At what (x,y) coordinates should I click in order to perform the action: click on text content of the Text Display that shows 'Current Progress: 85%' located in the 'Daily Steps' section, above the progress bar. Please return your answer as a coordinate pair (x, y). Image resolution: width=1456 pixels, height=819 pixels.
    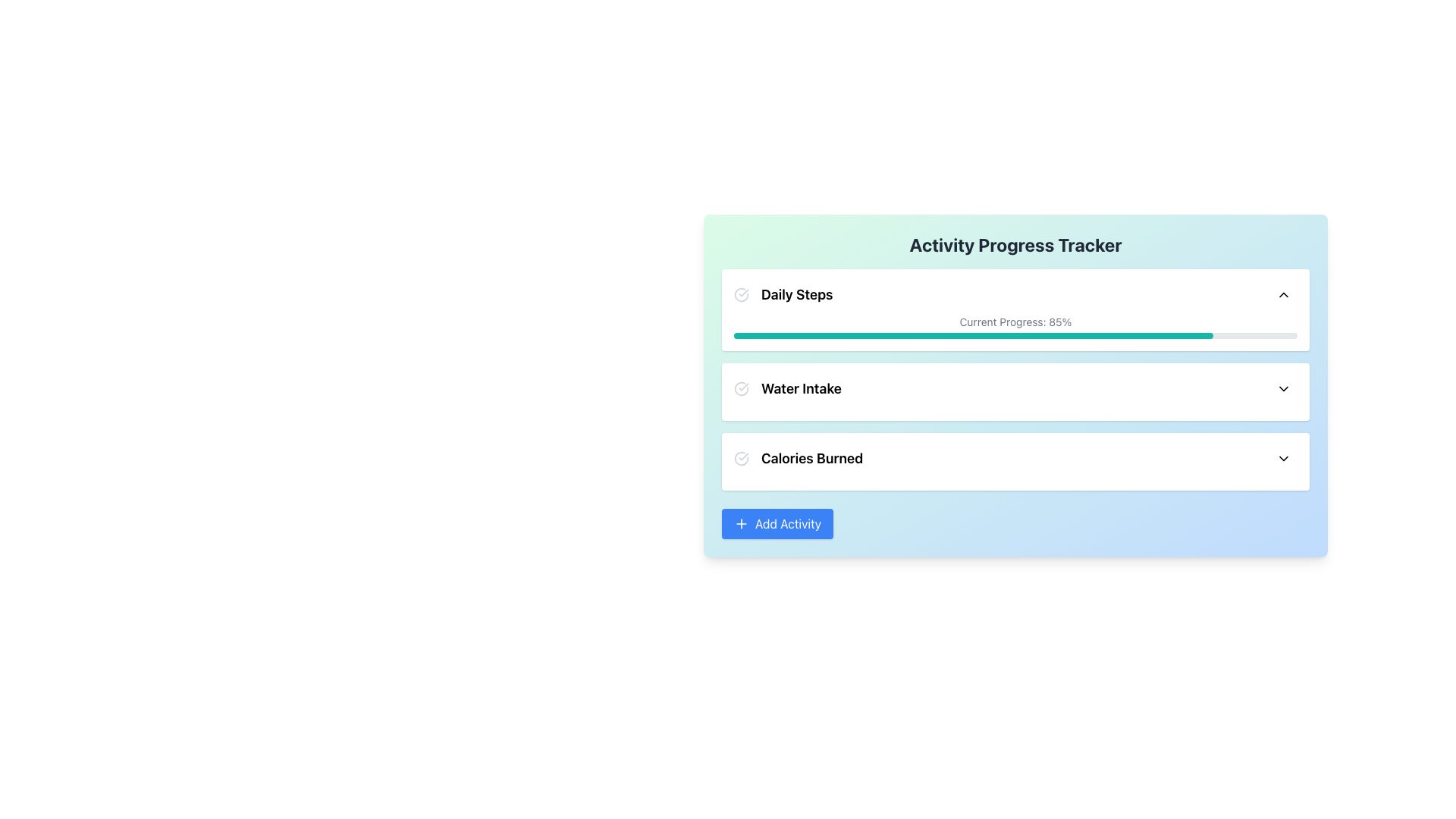
    Looking at the image, I should click on (1015, 321).